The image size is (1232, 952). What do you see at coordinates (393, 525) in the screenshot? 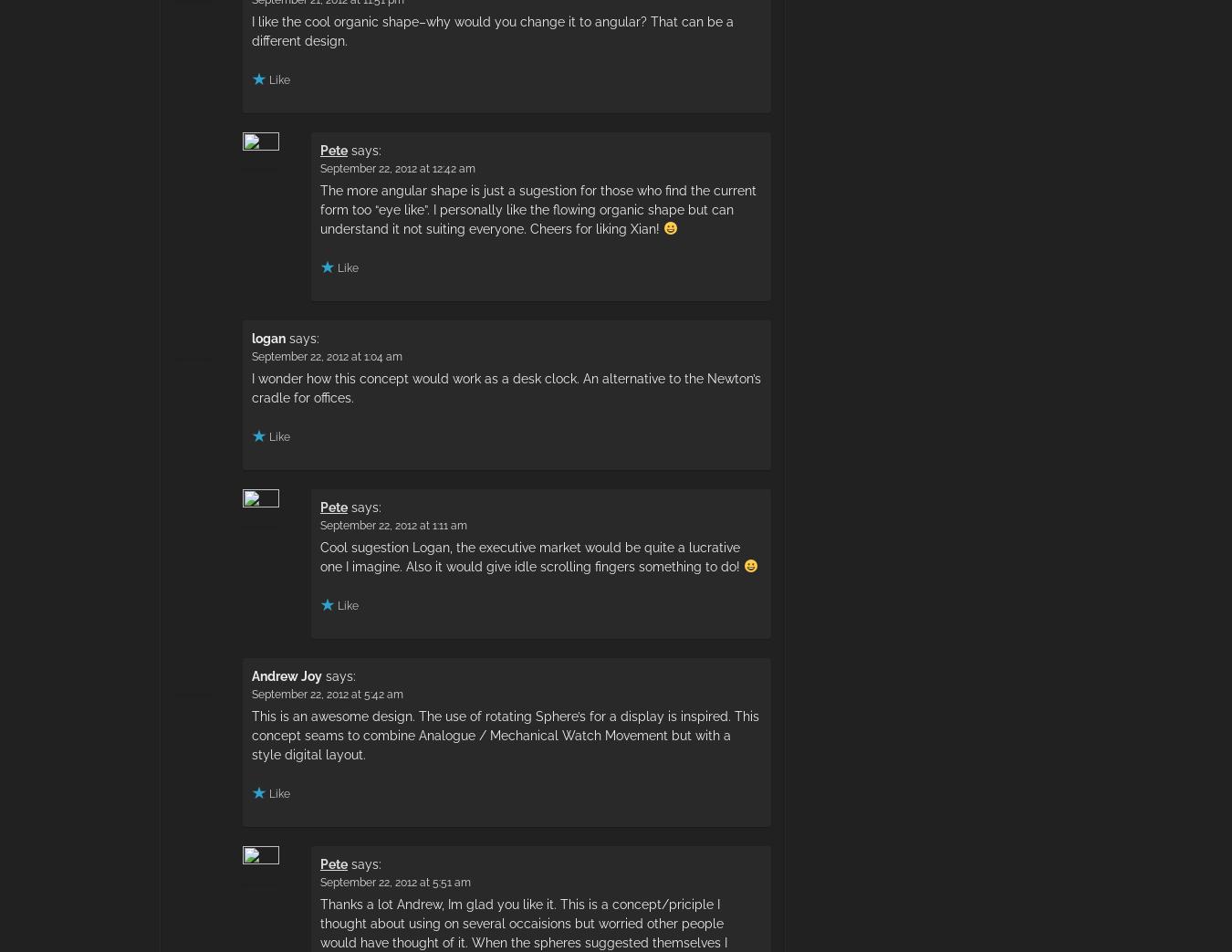
I see `'September 22, 2012 at 1:11 am'` at bounding box center [393, 525].